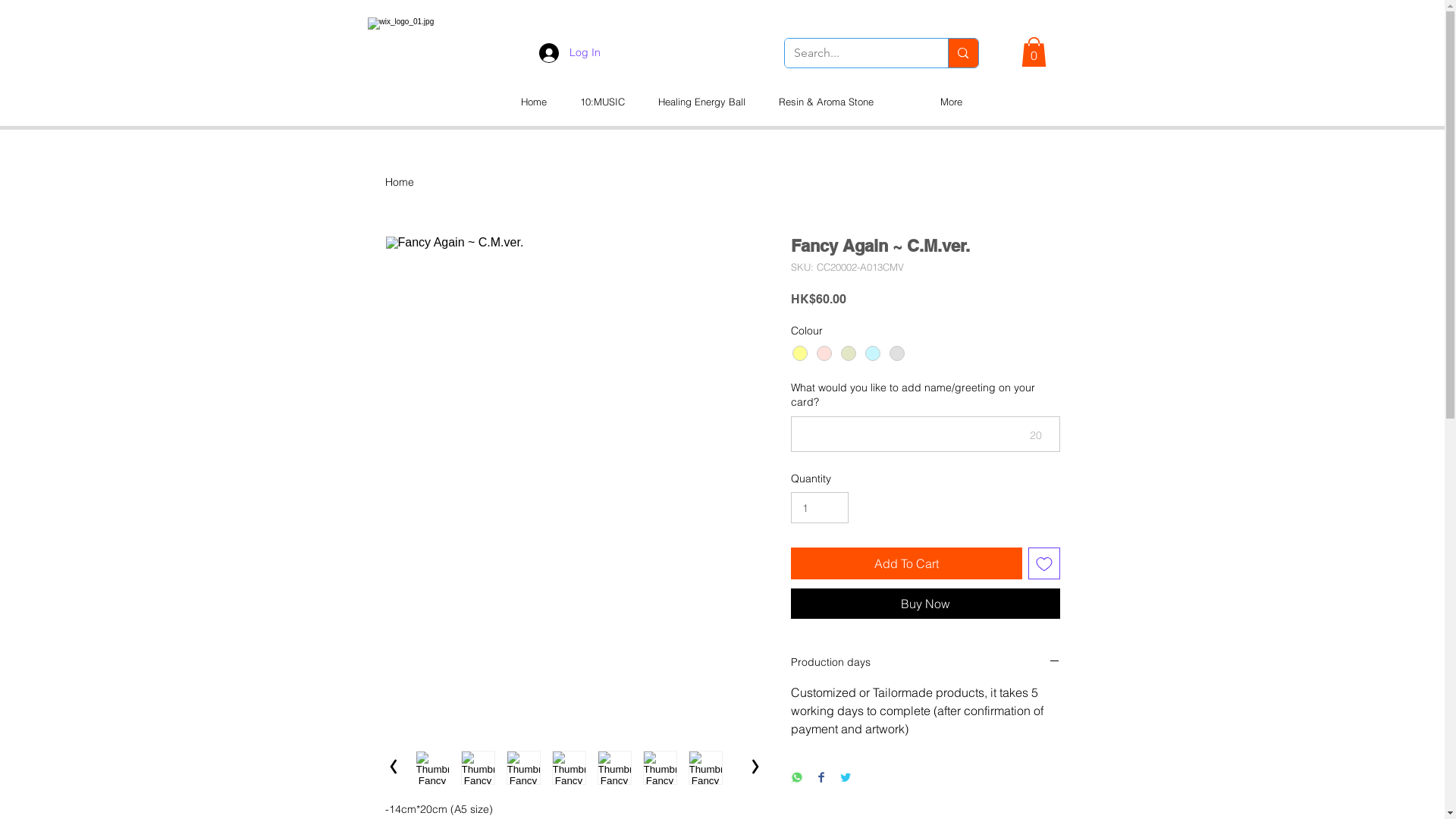 This screenshot has width=1456, height=819. I want to click on 'Healing Energy Ball', so click(641, 102).